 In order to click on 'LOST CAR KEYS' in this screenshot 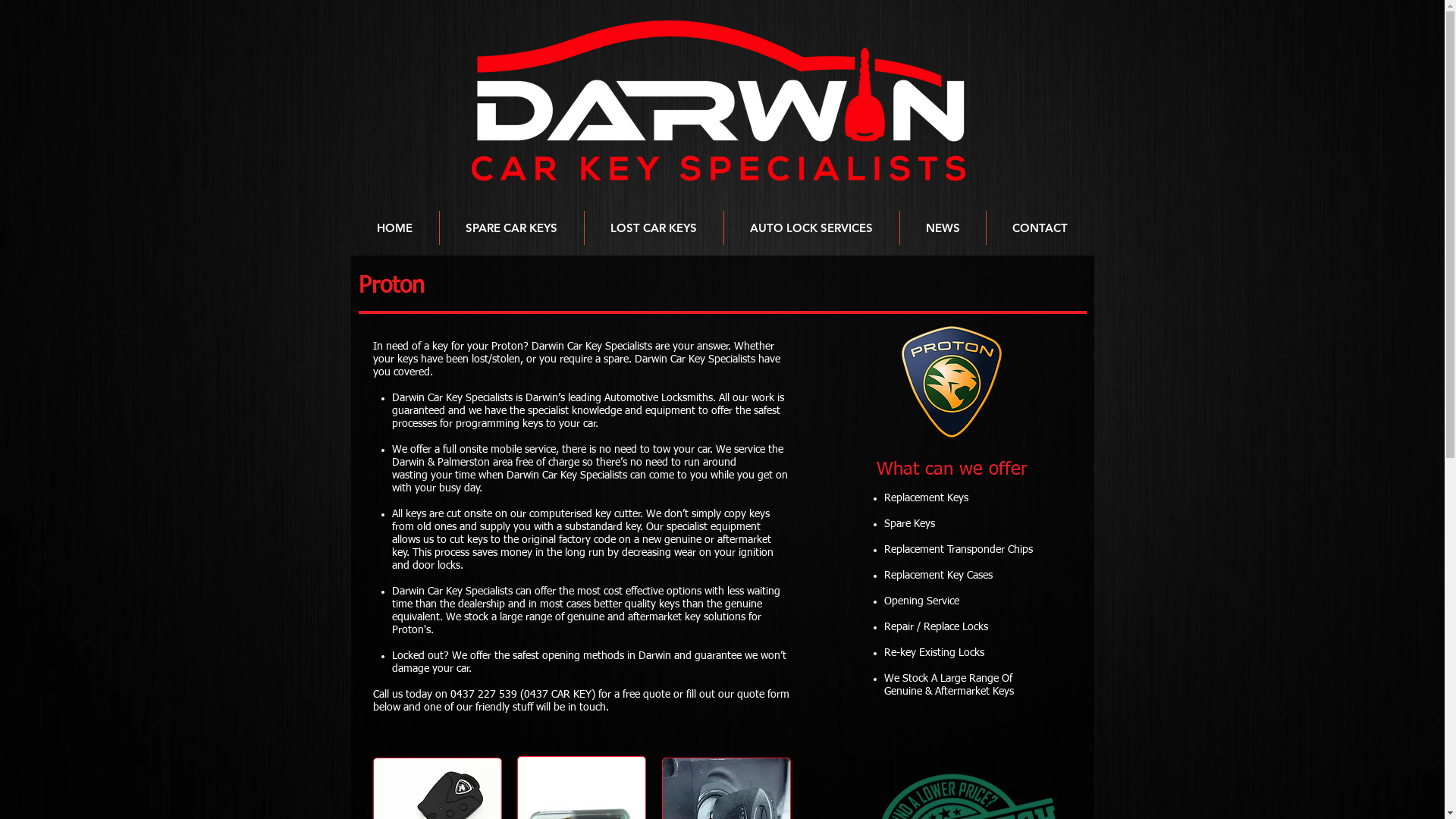, I will do `click(582, 227)`.